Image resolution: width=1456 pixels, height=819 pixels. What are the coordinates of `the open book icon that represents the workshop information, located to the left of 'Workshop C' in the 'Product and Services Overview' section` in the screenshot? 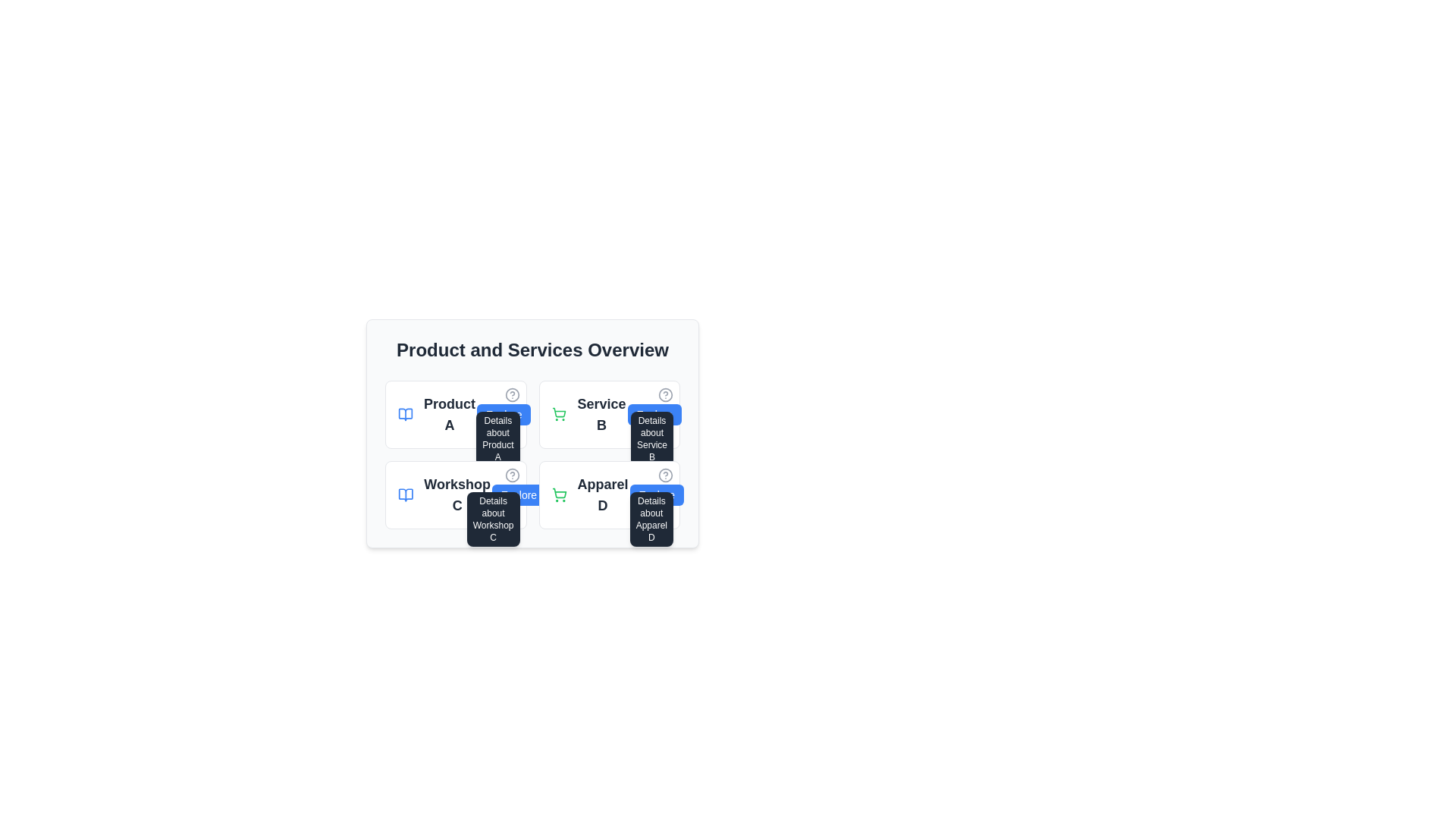 It's located at (405, 494).